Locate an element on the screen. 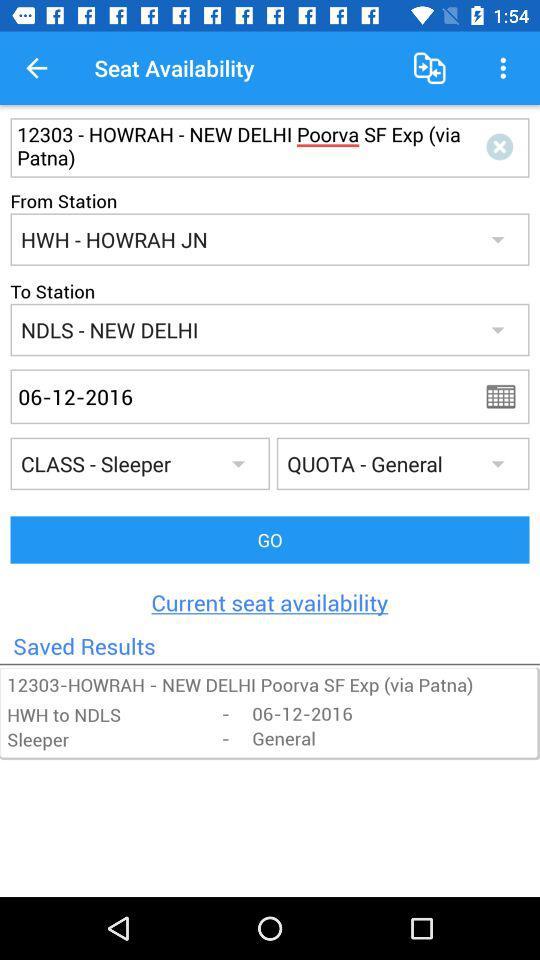 This screenshot has width=540, height=960. apply date is located at coordinates (507, 395).